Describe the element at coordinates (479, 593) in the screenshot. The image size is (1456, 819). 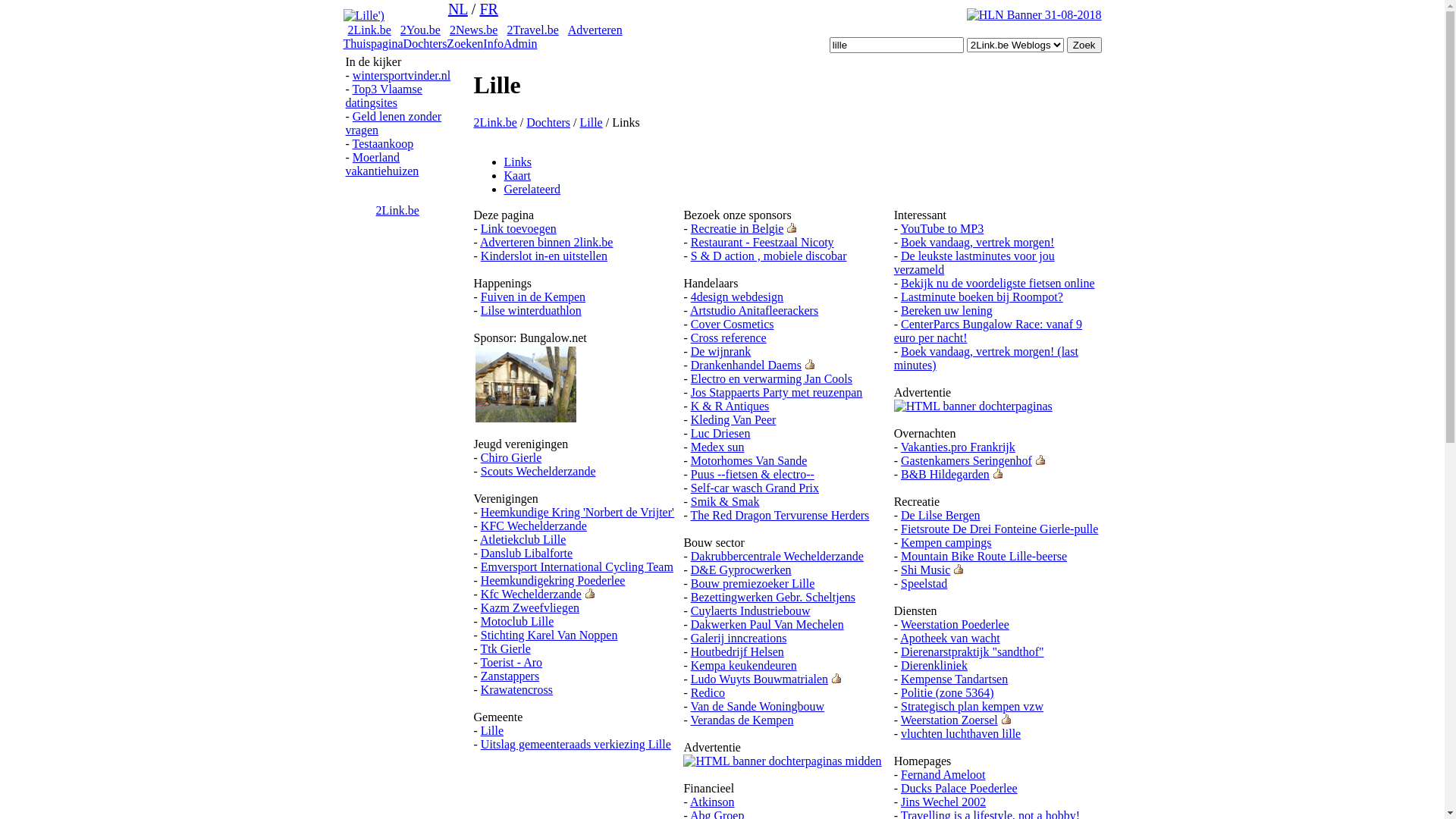
I see `'Kfc Wechelderzande'` at that location.